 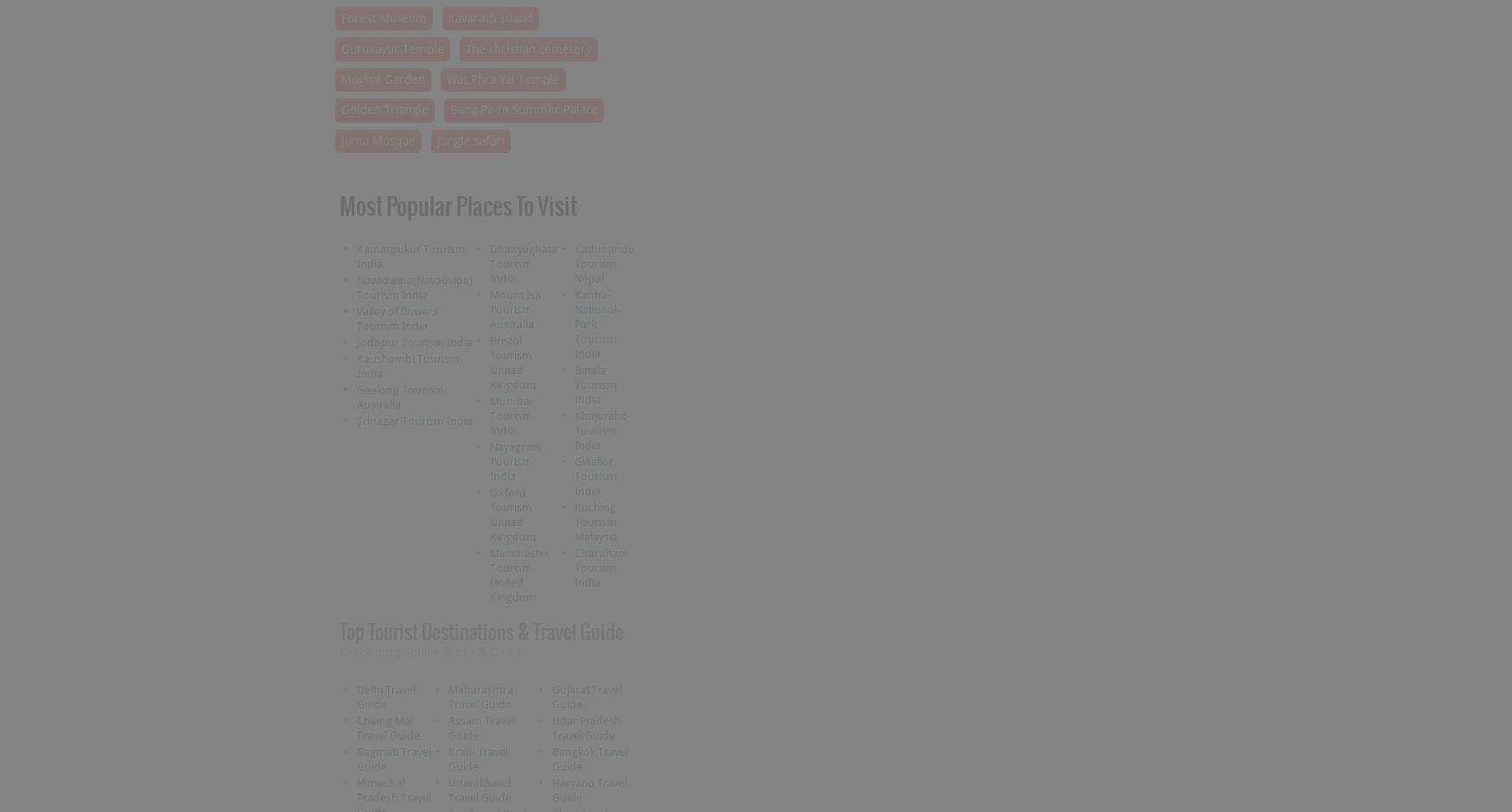 What do you see at coordinates (410, 255) in the screenshot?
I see `'Kamarpukur Tourism  India'` at bounding box center [410, 255].